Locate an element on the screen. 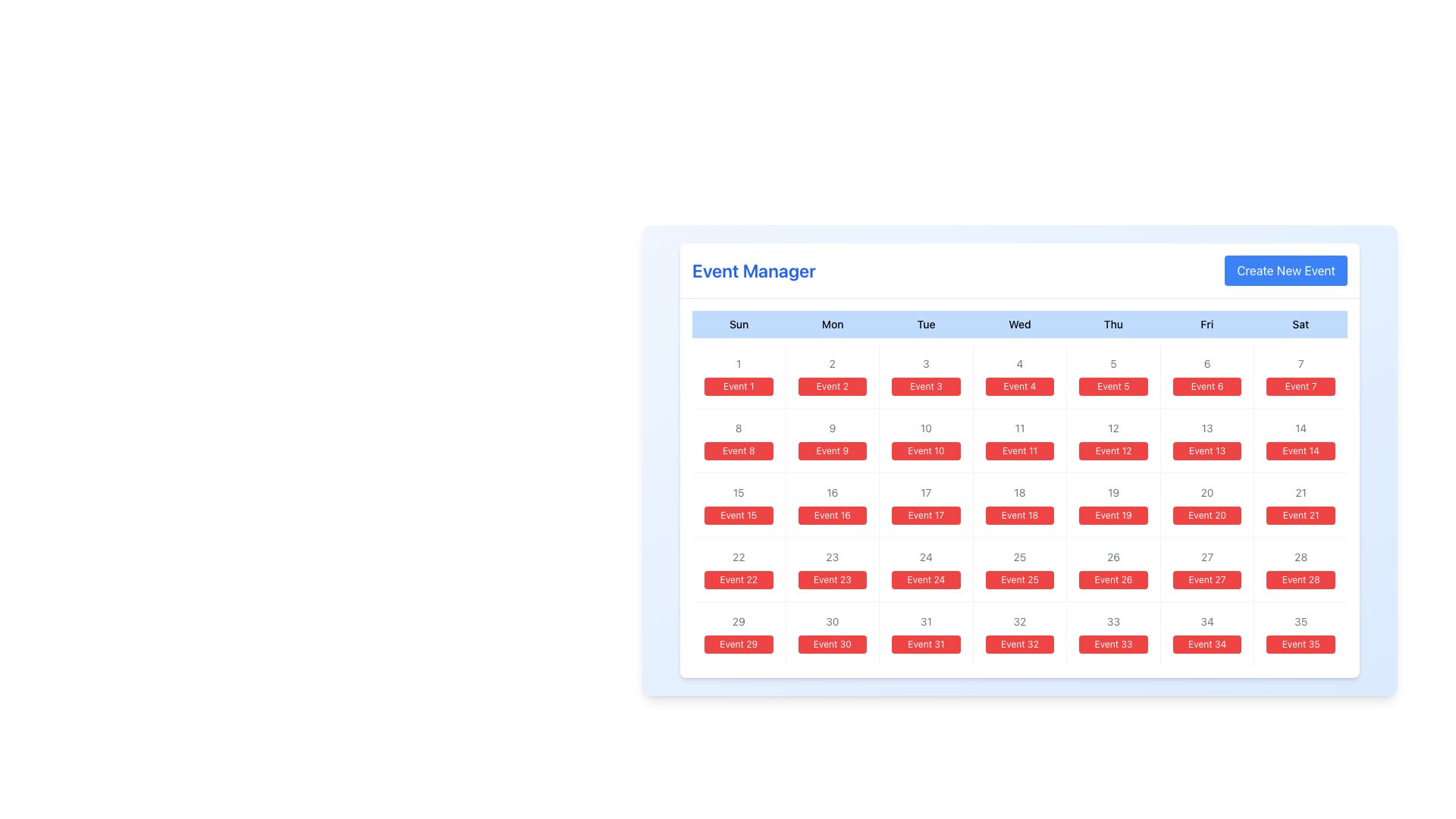  the text label for Monday in the calendar interface, which is the second label from the left, positioned between 'Sun' and 'Tue' is located at coordinates (832, 324).